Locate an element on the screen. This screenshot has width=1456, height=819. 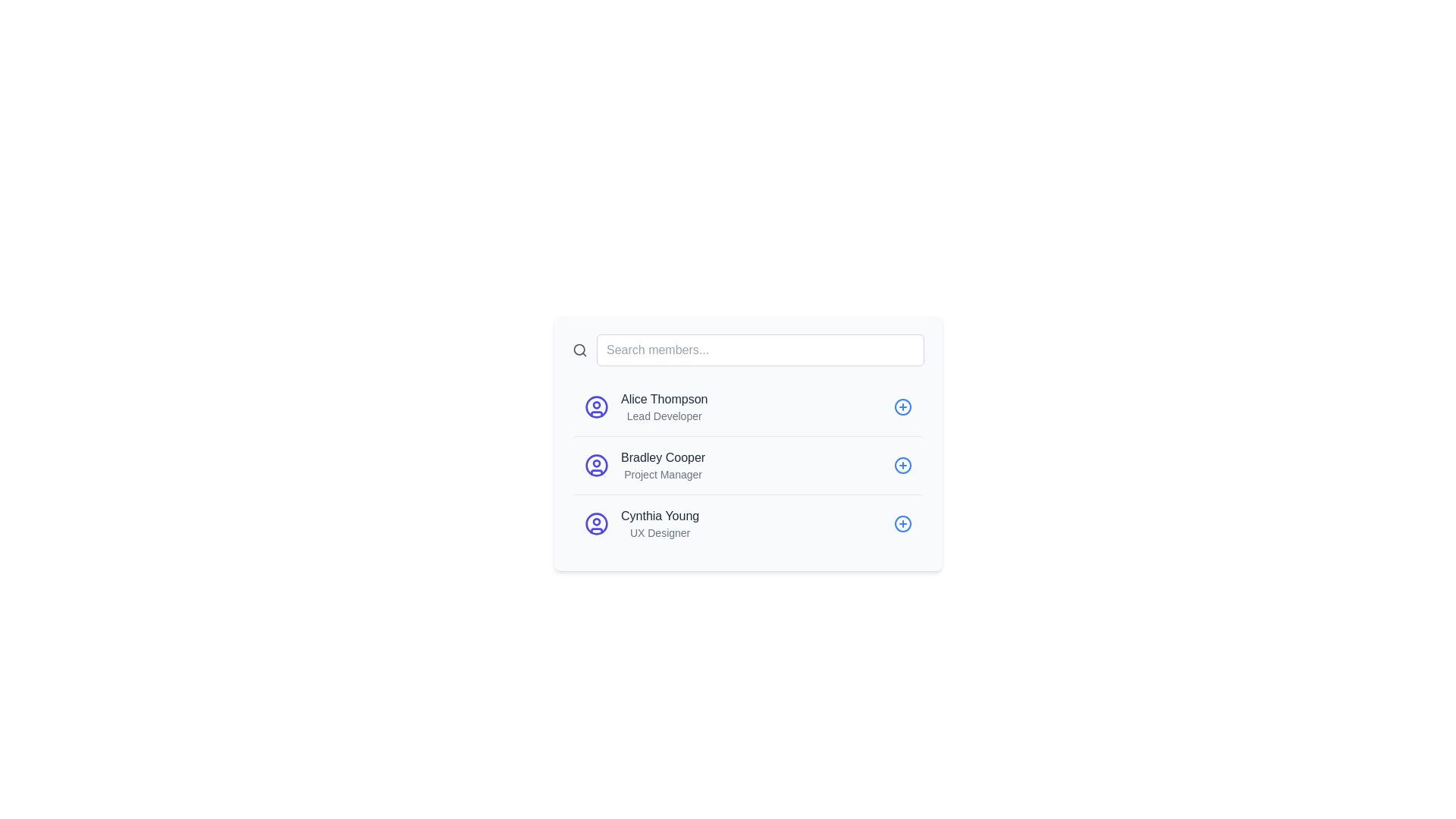
the static text label displaying the name 'Cynthia Young', which is part of the user profiles list and located above the job title 'UX Designer' is located at coordinates (660, 516).